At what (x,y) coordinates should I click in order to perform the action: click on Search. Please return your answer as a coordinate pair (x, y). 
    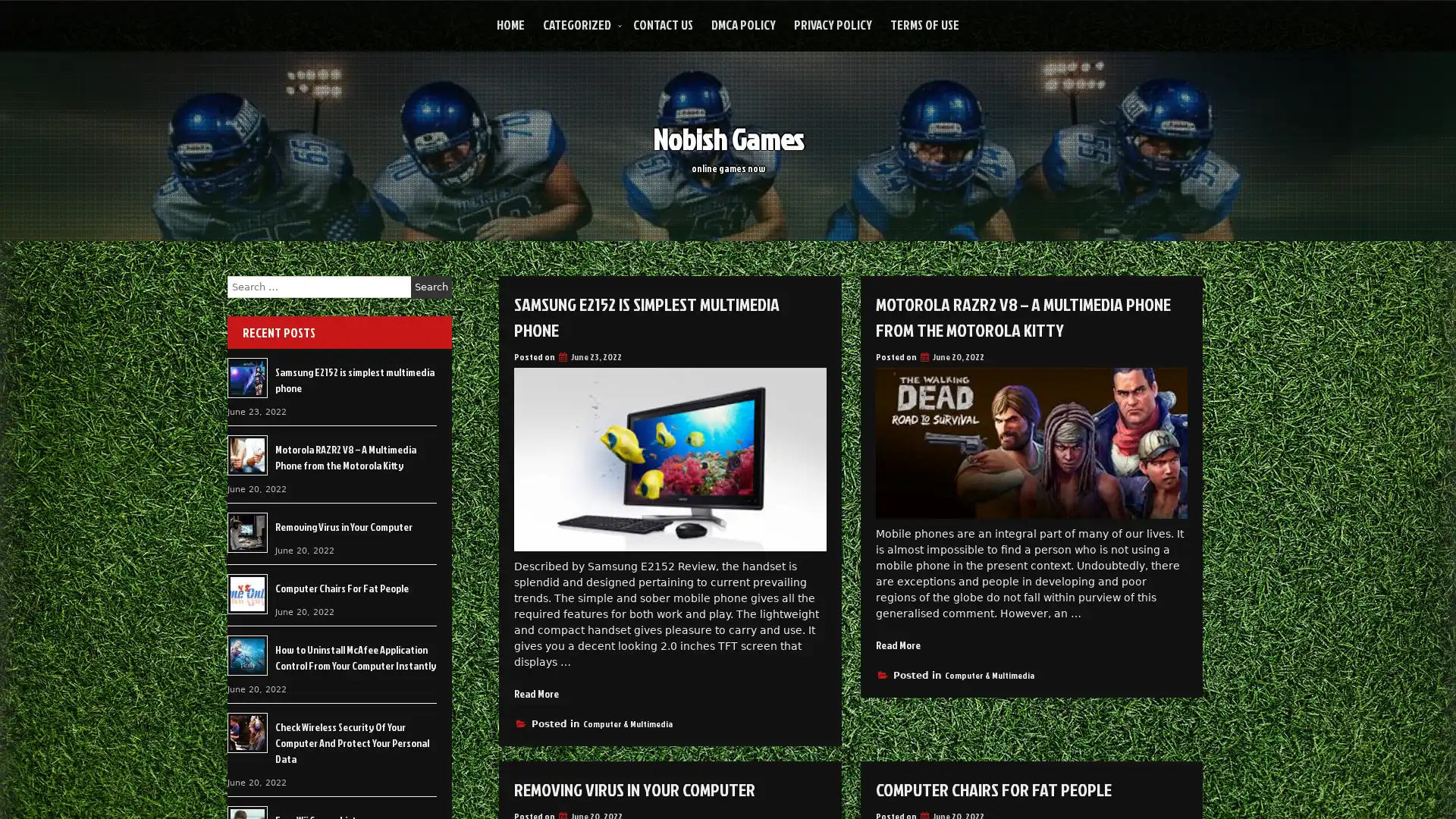
    Looking at the image, I should click on (431, 287).